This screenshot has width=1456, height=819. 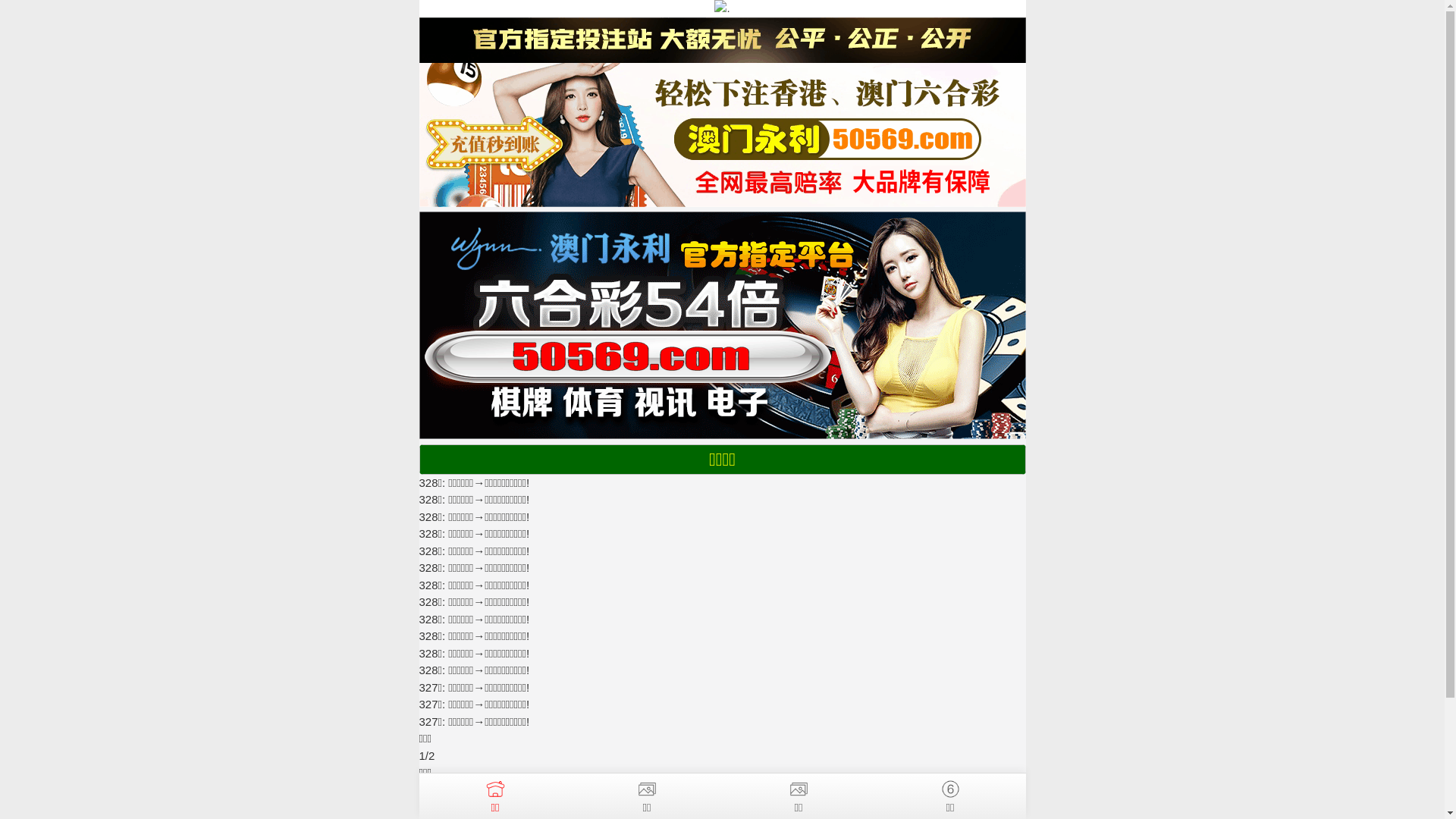 What do you see at coordinates (419, 755) in the screenshot?
I see `'1/2'` at bounding box center [419, 755].